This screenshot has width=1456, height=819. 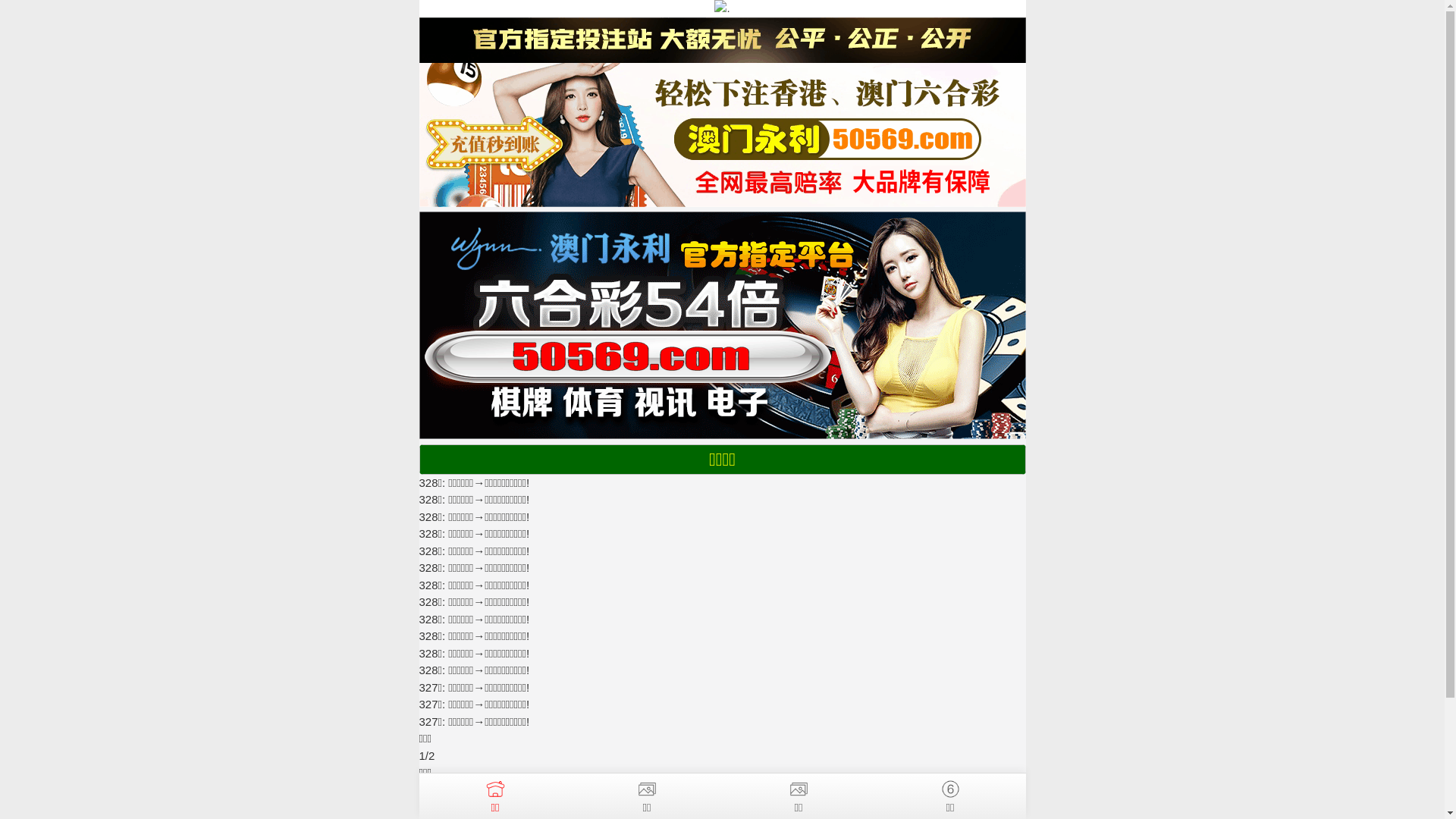 What do you see at coordinates (419, 755) in the screenshot?
I see `'1/2'` at bounding box center [419, 755].